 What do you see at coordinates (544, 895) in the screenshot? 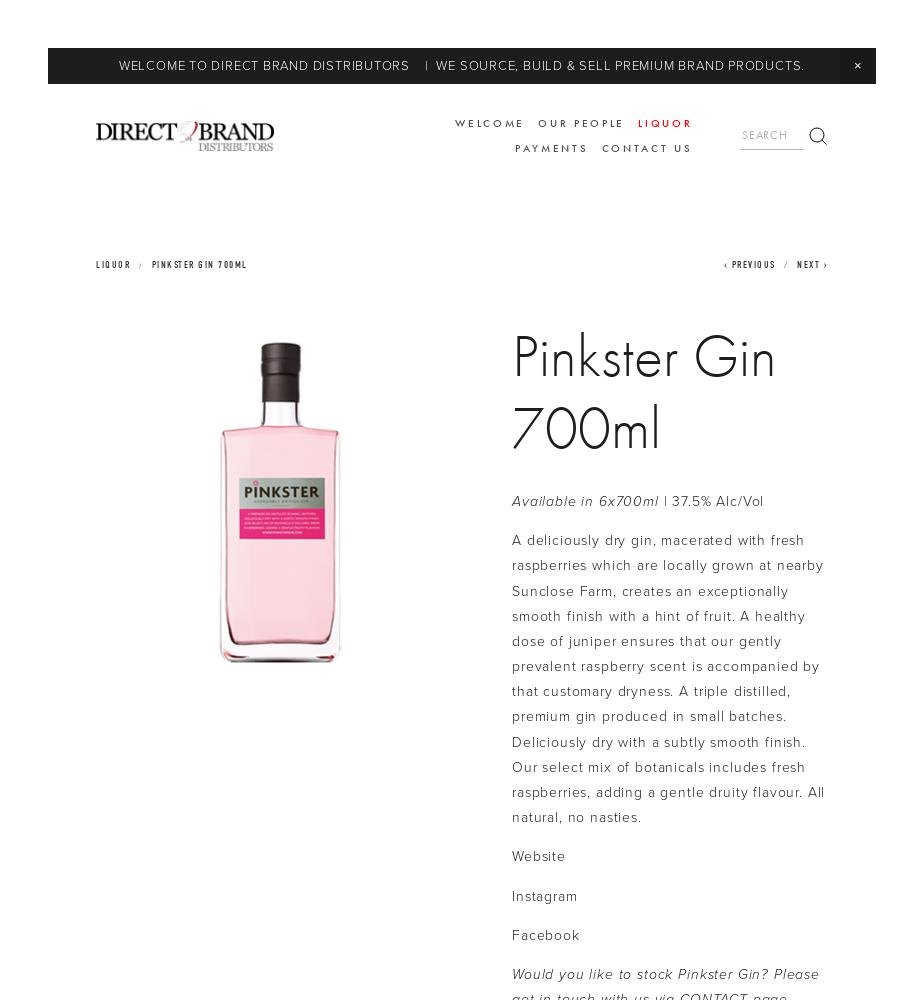
I see `'Instagram'` at bounding box center [544, 895].